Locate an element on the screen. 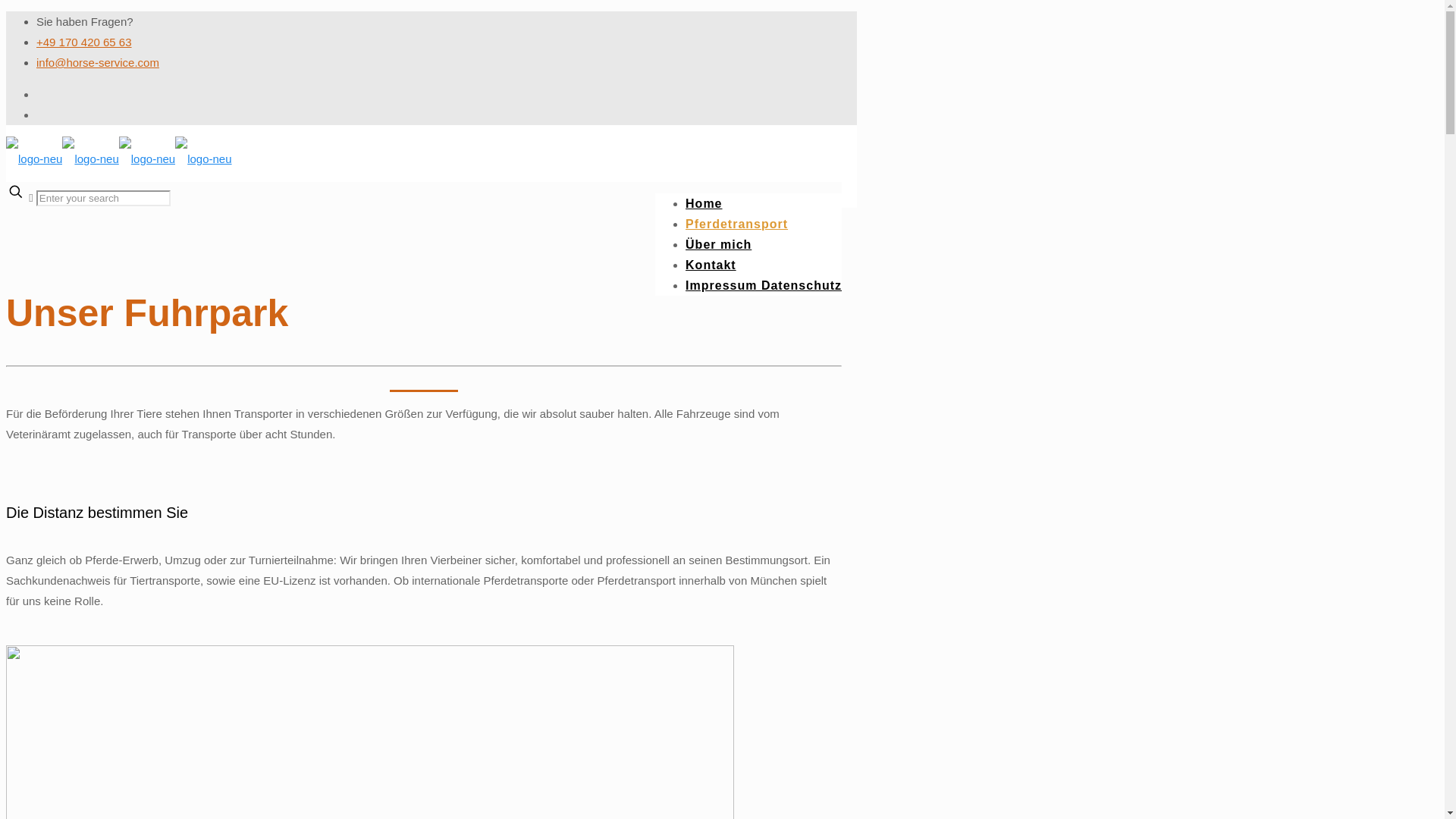  'Horse Service' is located at coordinates (118, 158).